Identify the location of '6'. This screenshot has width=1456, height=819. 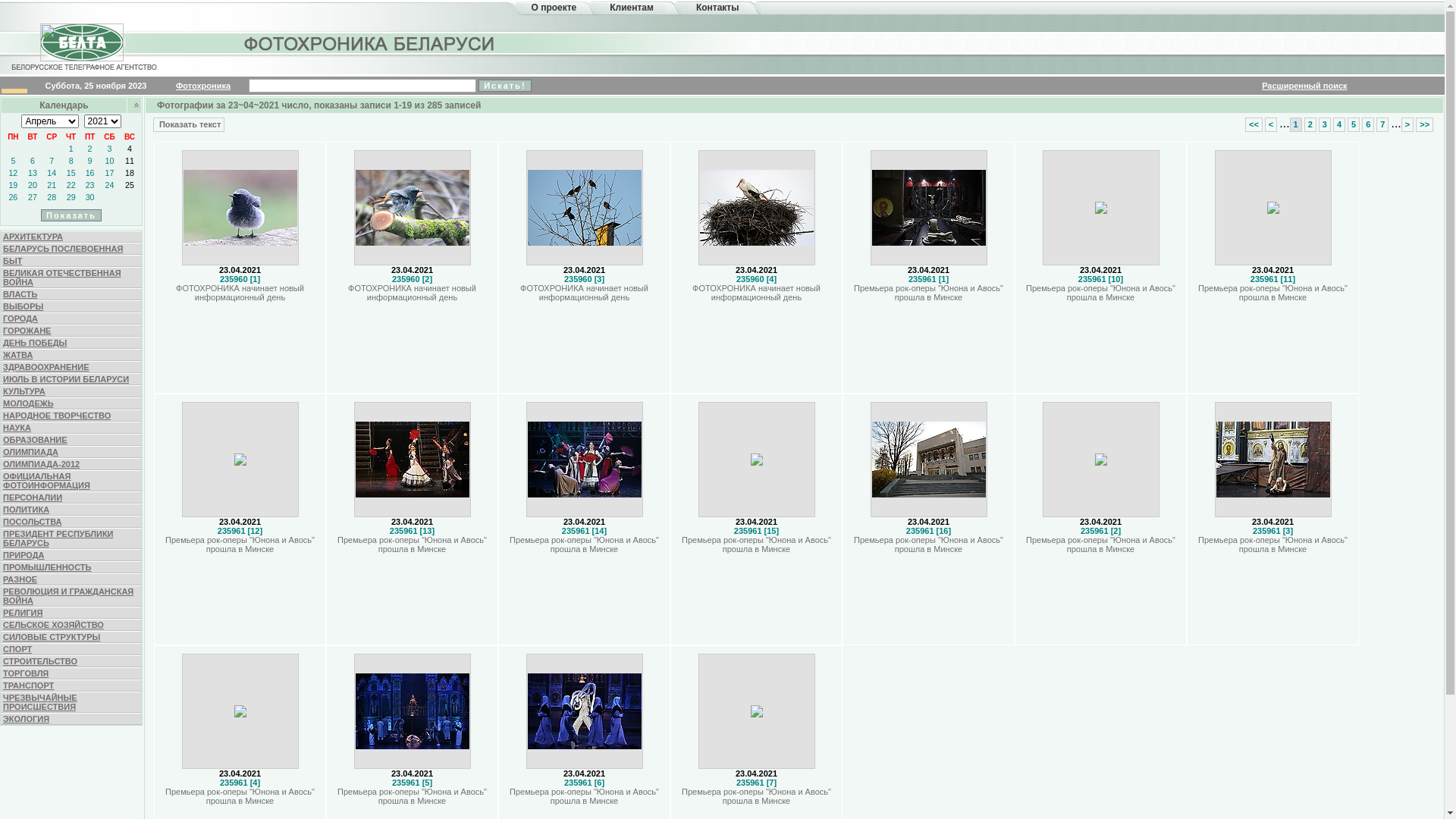
(1368, 123).